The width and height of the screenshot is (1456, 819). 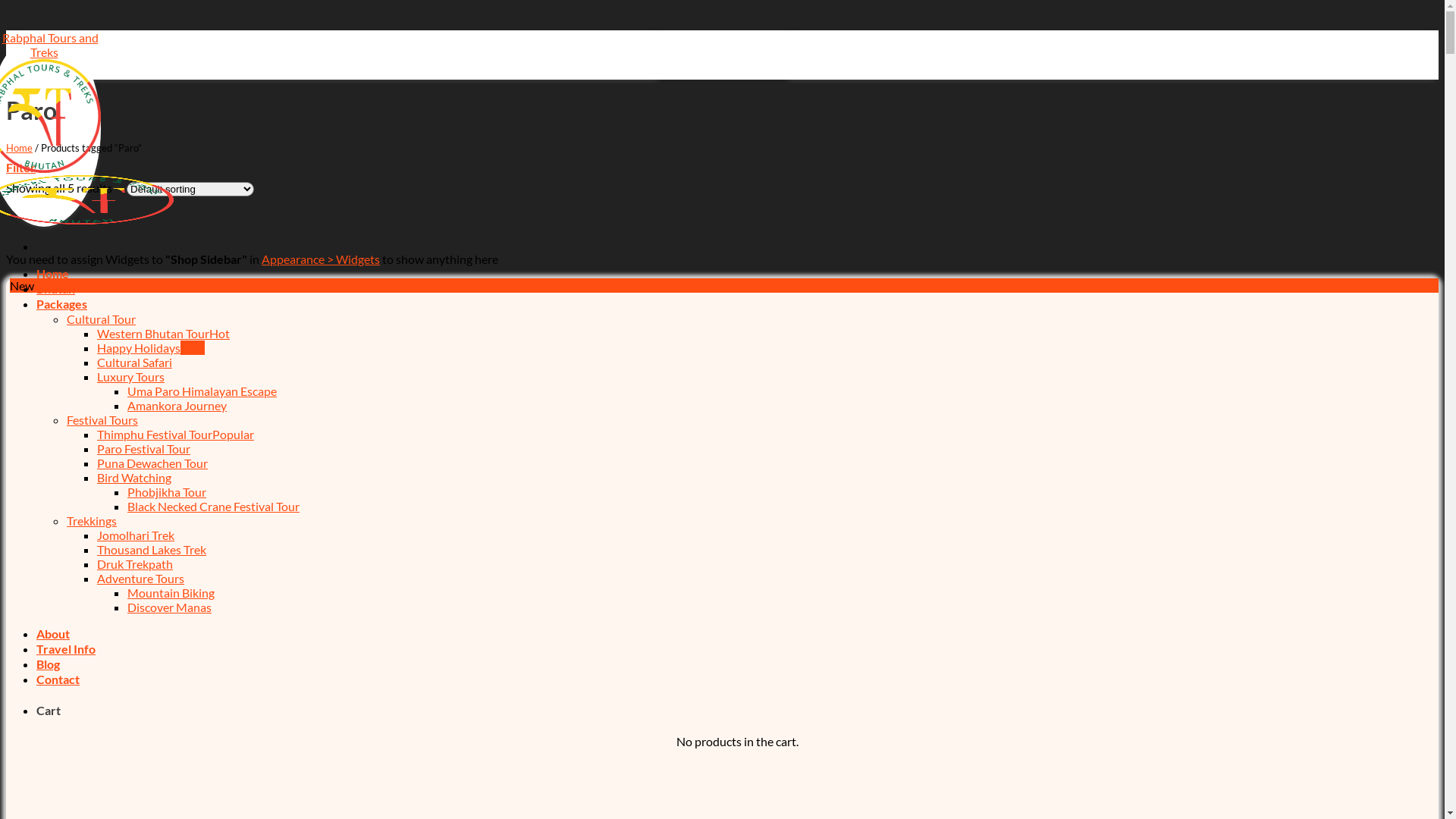 What do you see at coordinates (201, 390) in the screenshot?
I see `'Uma Paro Himalayan Escape'` at bounding box center [201, 390].